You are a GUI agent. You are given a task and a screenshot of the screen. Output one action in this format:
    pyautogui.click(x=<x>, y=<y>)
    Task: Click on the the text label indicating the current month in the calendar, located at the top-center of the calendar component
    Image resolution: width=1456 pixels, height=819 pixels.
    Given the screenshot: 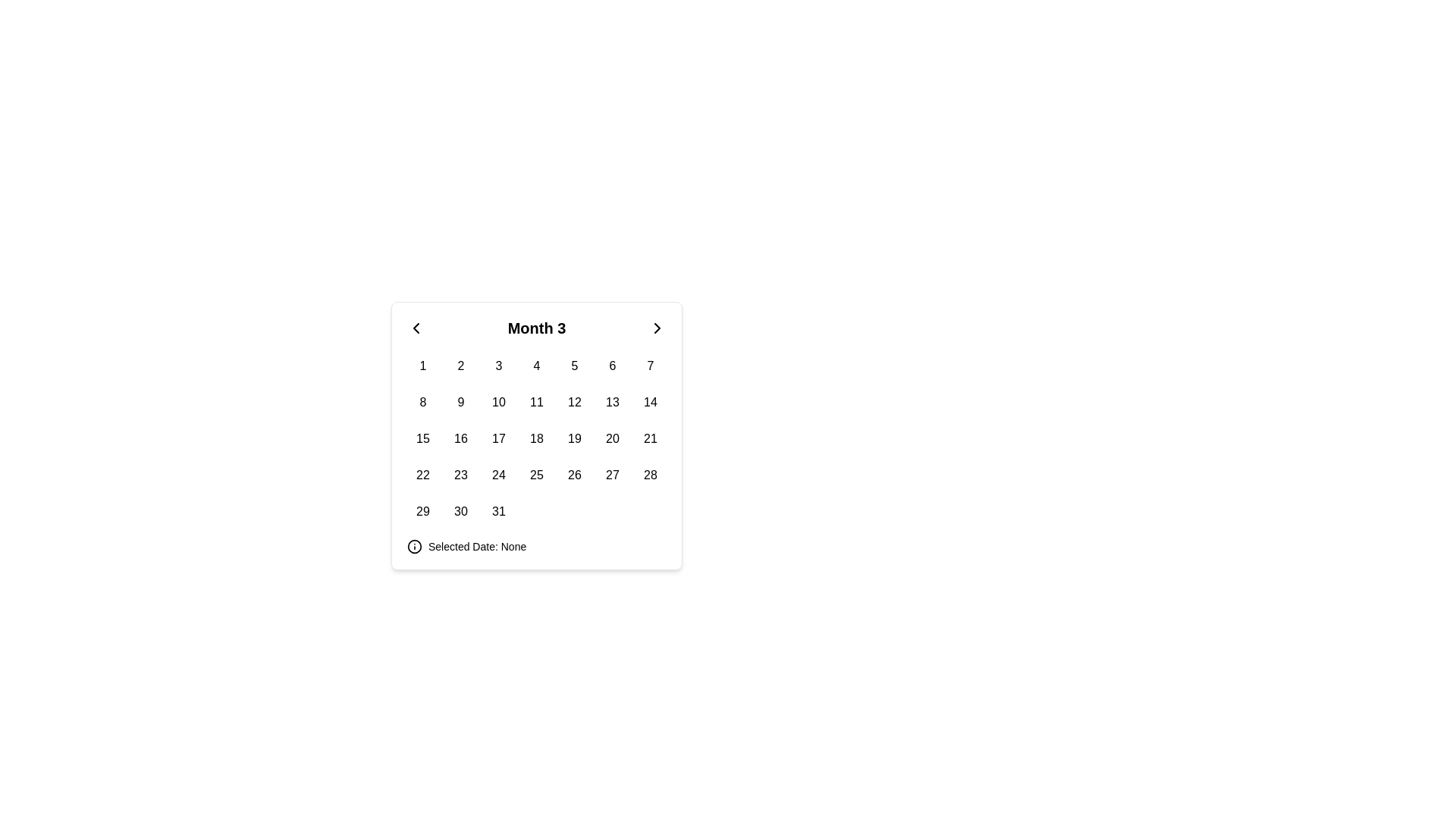 What is the action you would take?
    pyautogui.click(x=537, y=327)
    